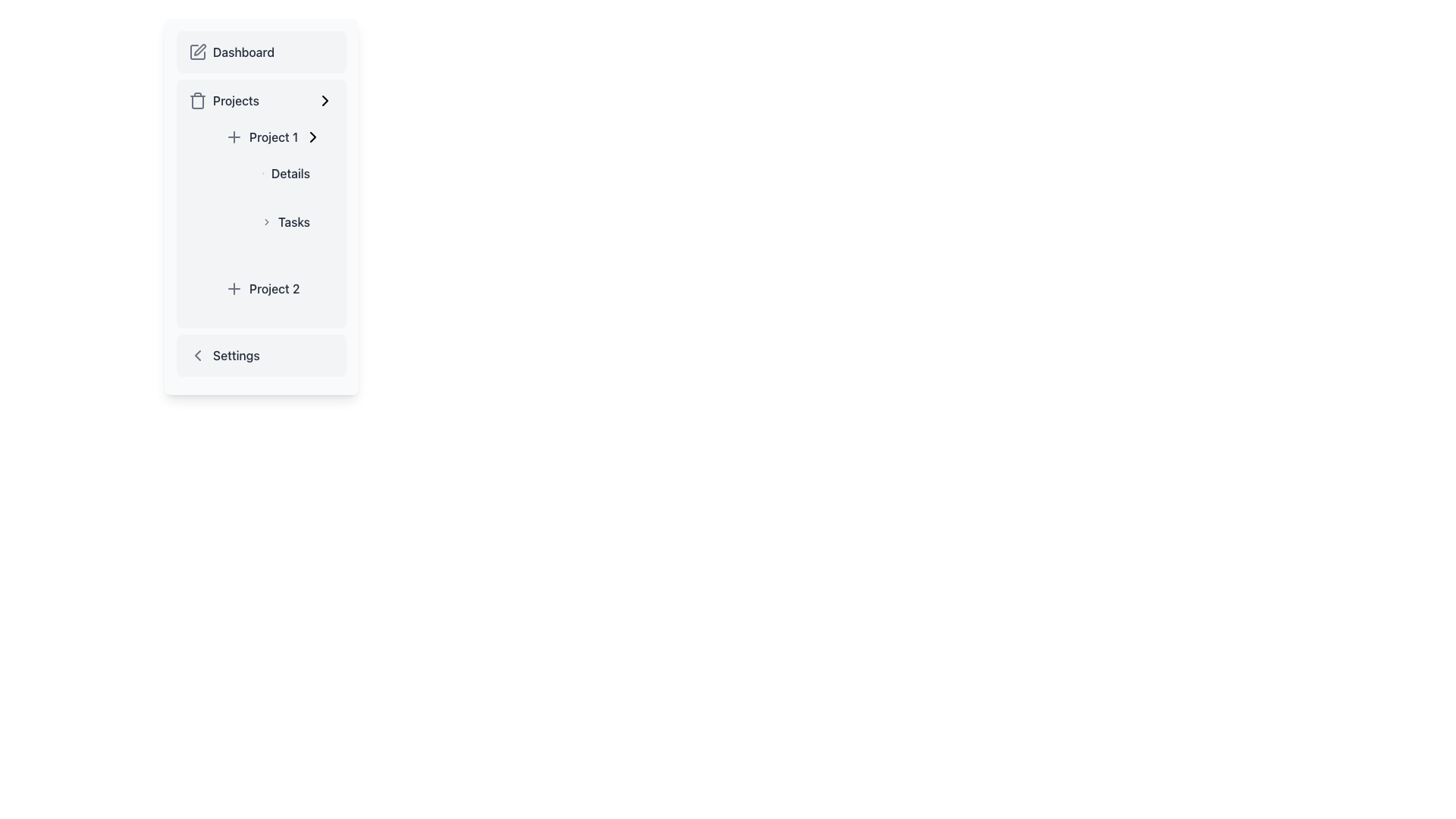  What do you see at coordinates (286, 172) in the screenshot?
I see `the informational text label located under 'Project 1' and above 'Tasks' in the vertically listed menu` at bounding box center [286, 172].